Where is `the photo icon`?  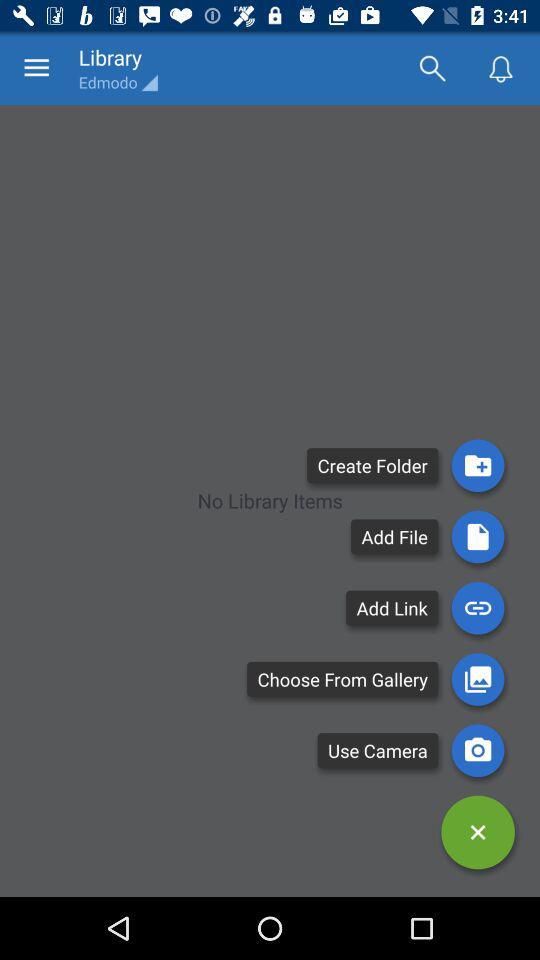
the photo icon is located at coordinates (477, 749).